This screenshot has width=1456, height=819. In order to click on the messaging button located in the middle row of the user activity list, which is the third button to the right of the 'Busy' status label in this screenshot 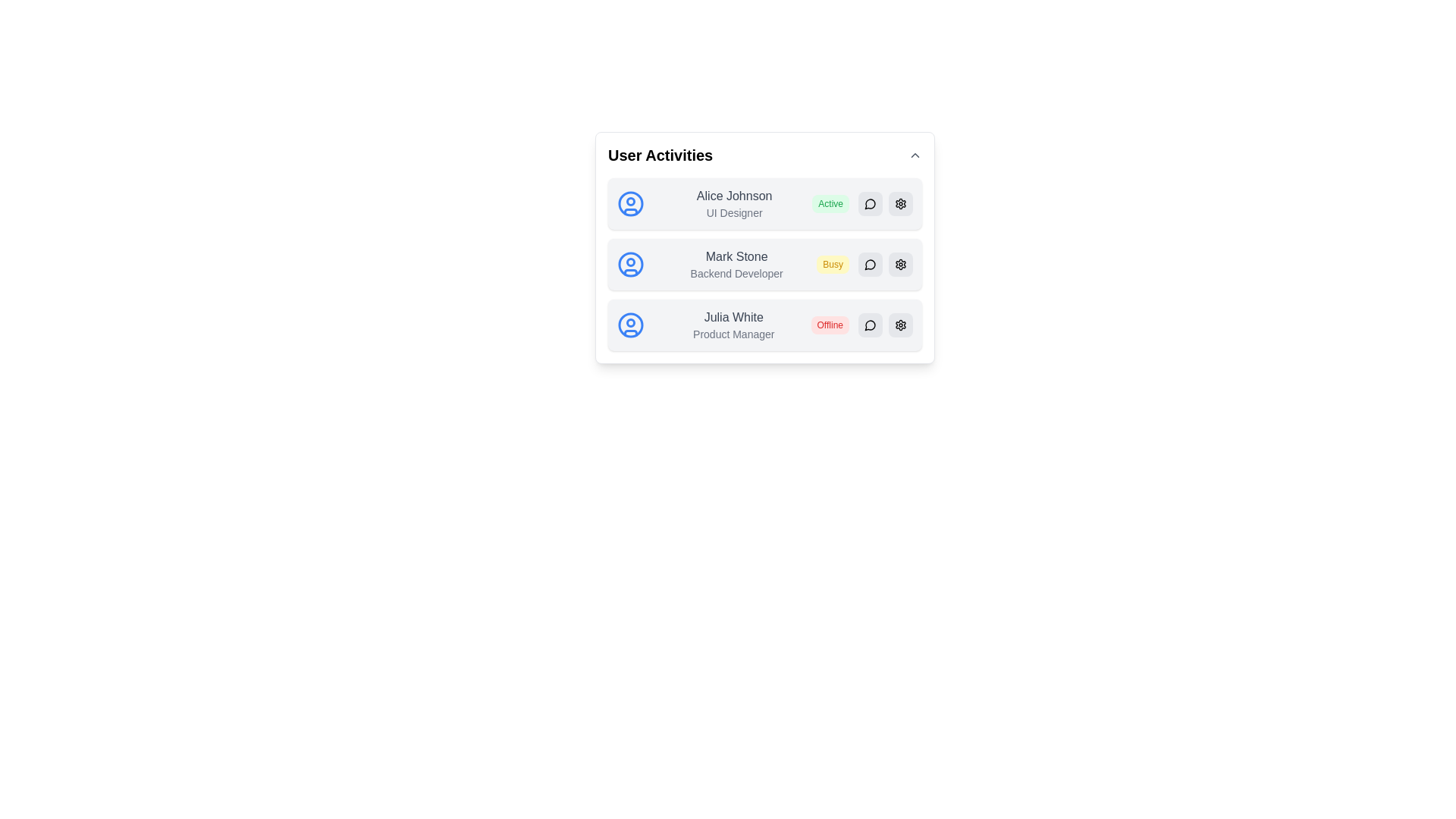, I will do `click(870, 263)`.